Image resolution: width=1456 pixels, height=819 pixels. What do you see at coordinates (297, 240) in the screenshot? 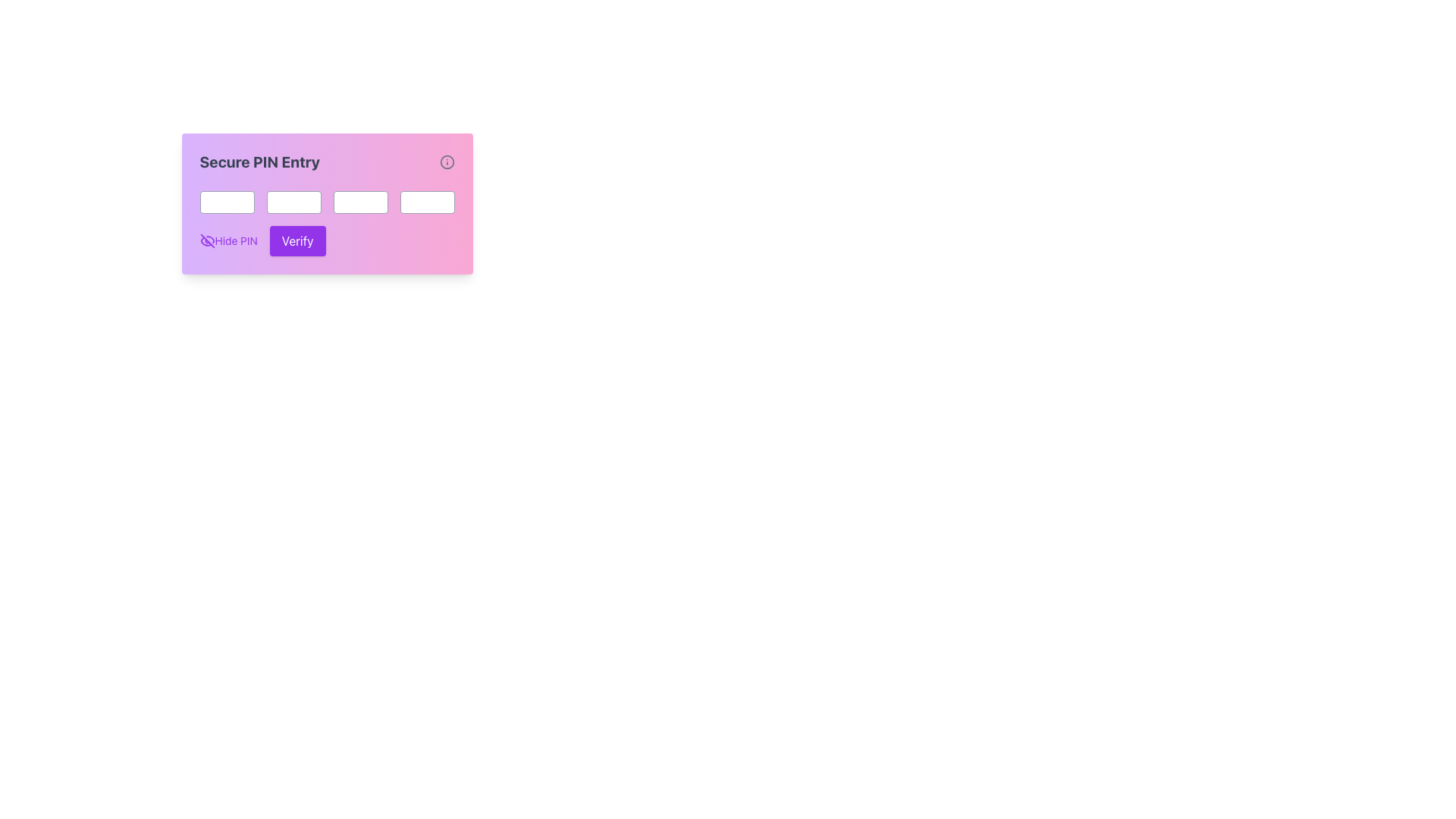
I see `the 'Verify' button, which is a rectangular button with a purple background and white text, located centrally below the PIN entry boxes` at bounding box center [297, 240].